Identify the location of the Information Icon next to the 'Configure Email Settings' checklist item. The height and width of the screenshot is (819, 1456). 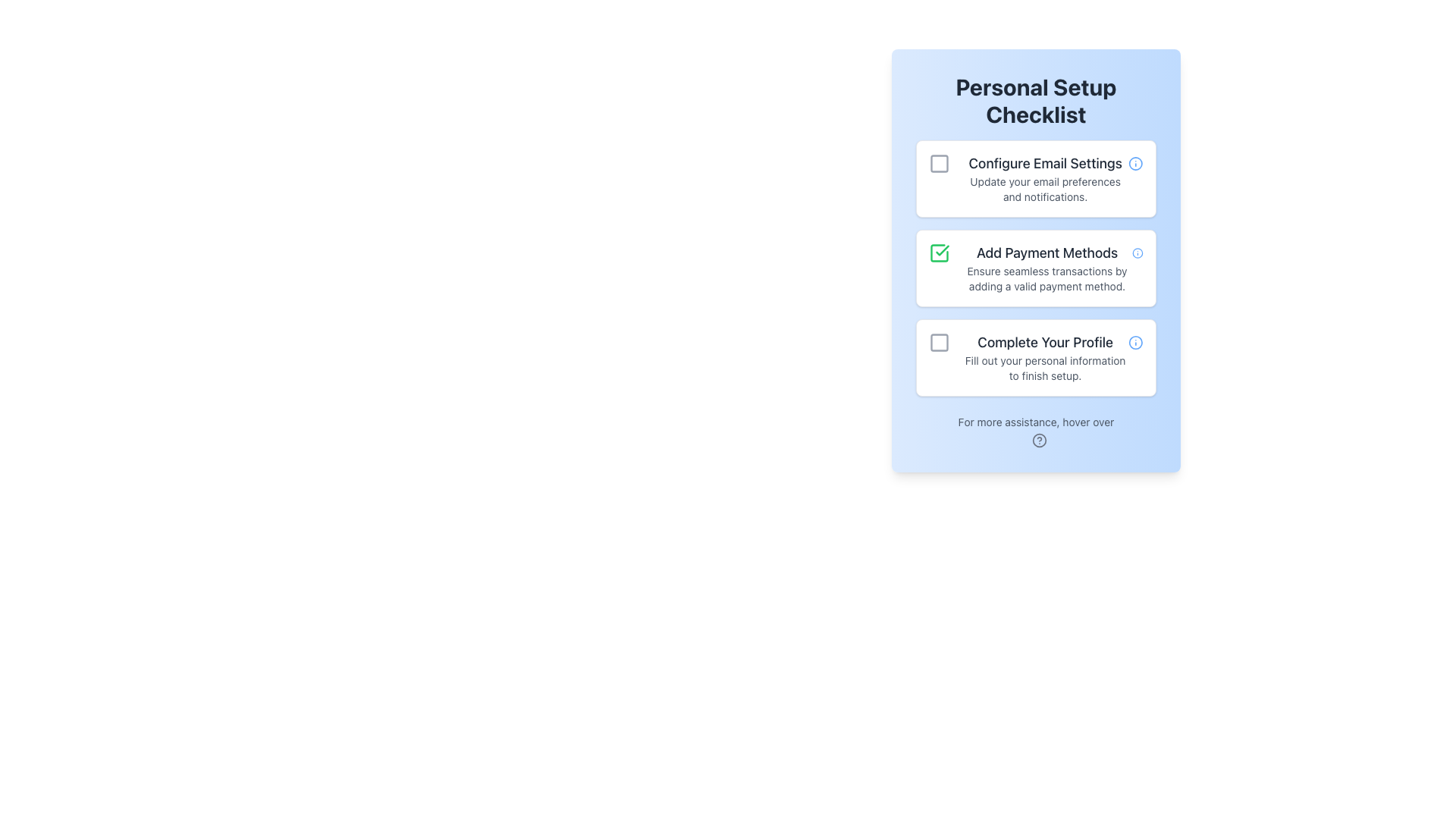
(1136, 164).